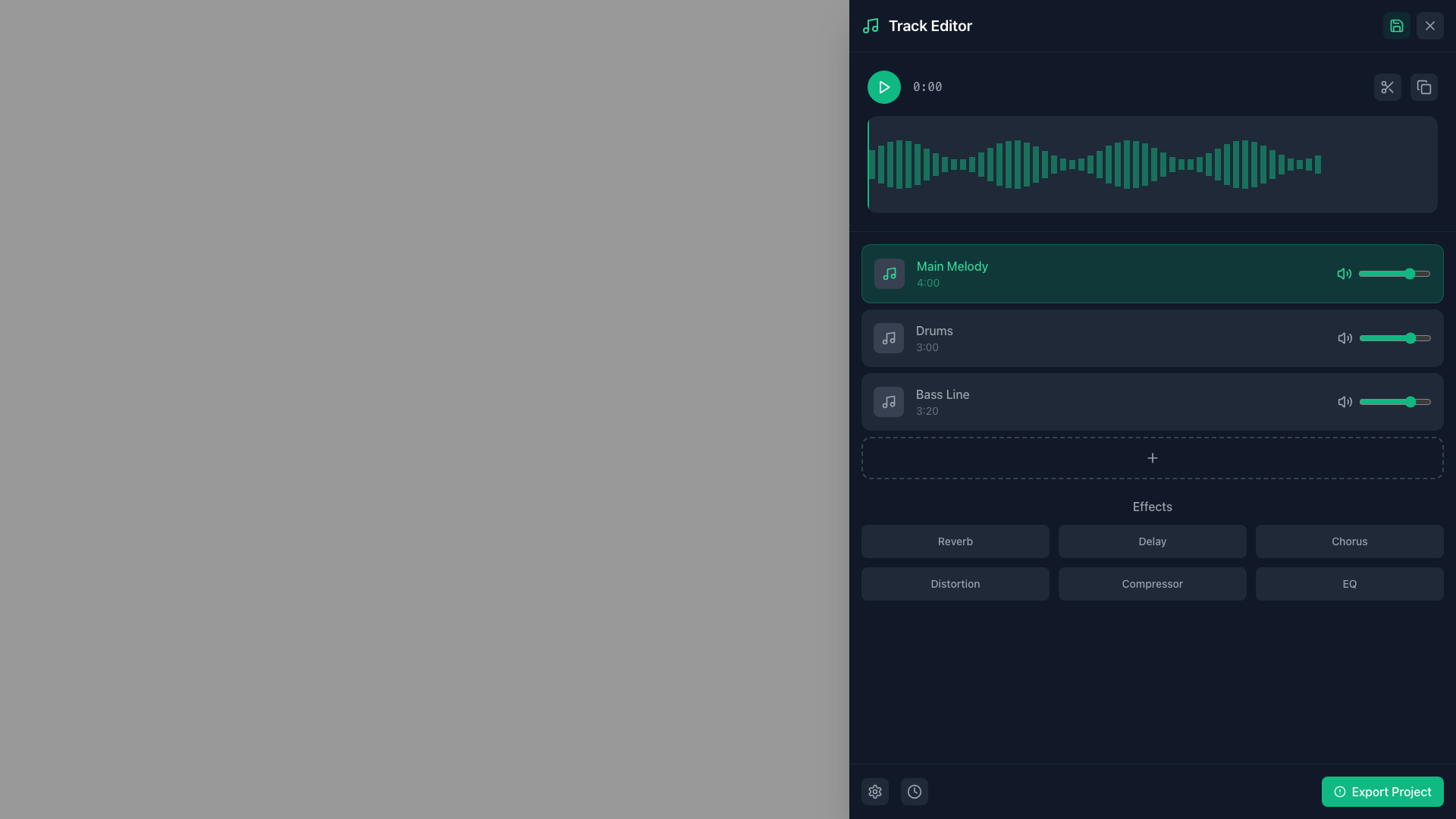  I want to click on the 23rd waveform bar, a vertical rectangle with a translucent emerald green color, so click(1062, 164).